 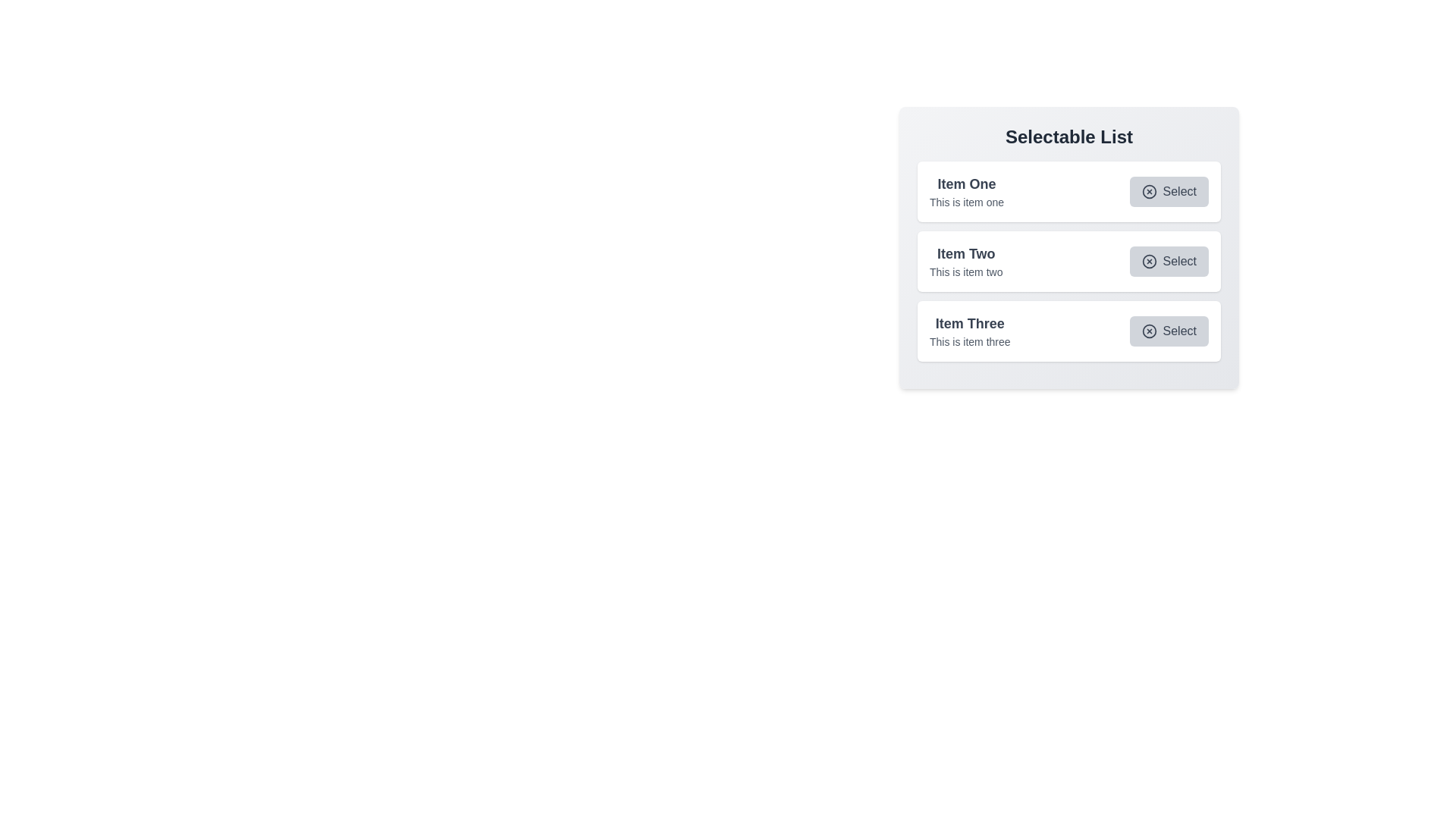 I want to click on the description of the list item Item Three, so click(x=968, y=323).